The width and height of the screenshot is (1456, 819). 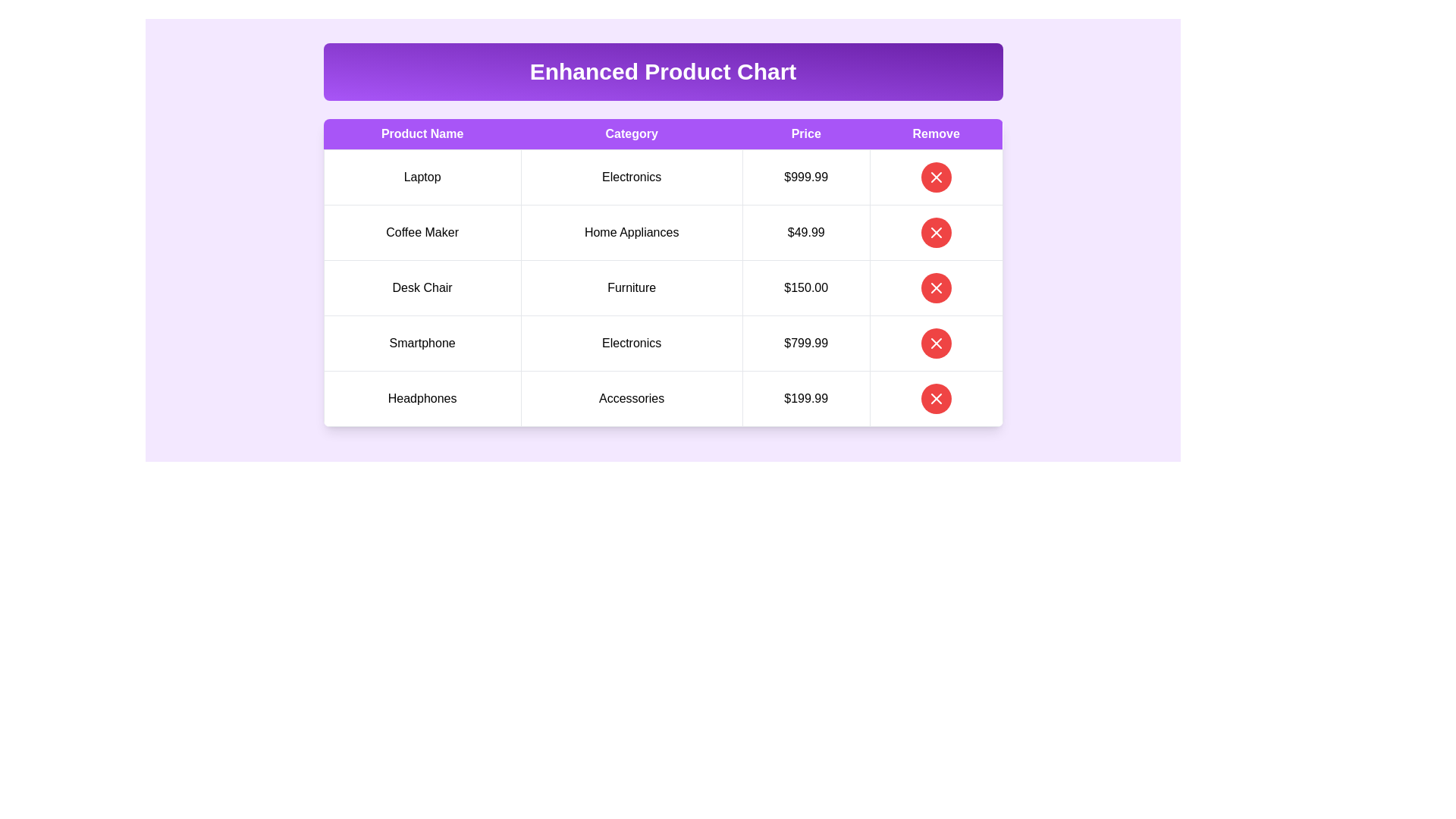 I want to click on the 'Accessories' label, which is the second item in the 'Category' column of the table, styled with padding and a border, so click(x=632, y=397).